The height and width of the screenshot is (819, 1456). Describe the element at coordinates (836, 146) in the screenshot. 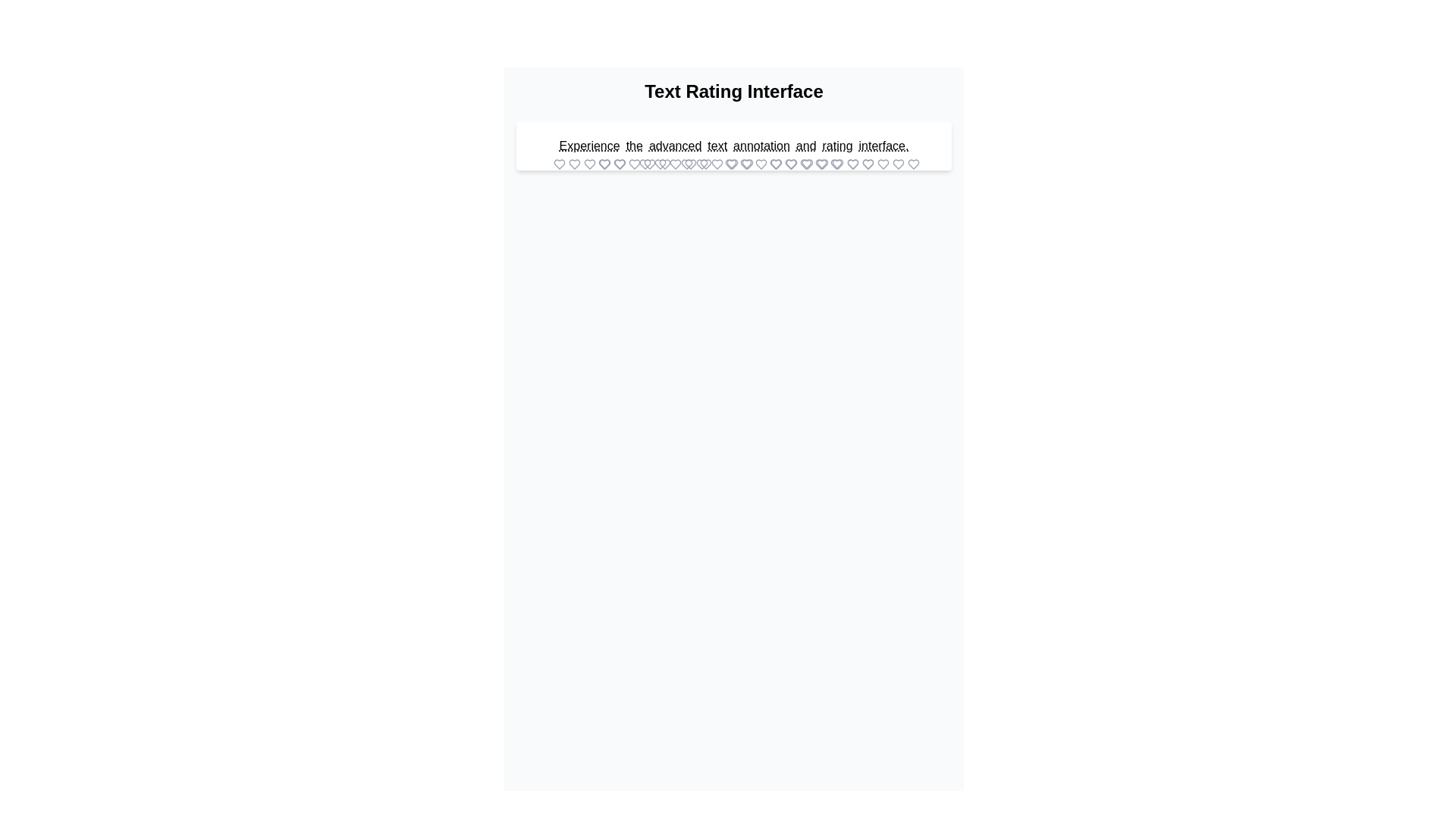

I see `the word rating to select it for rating` at that location.